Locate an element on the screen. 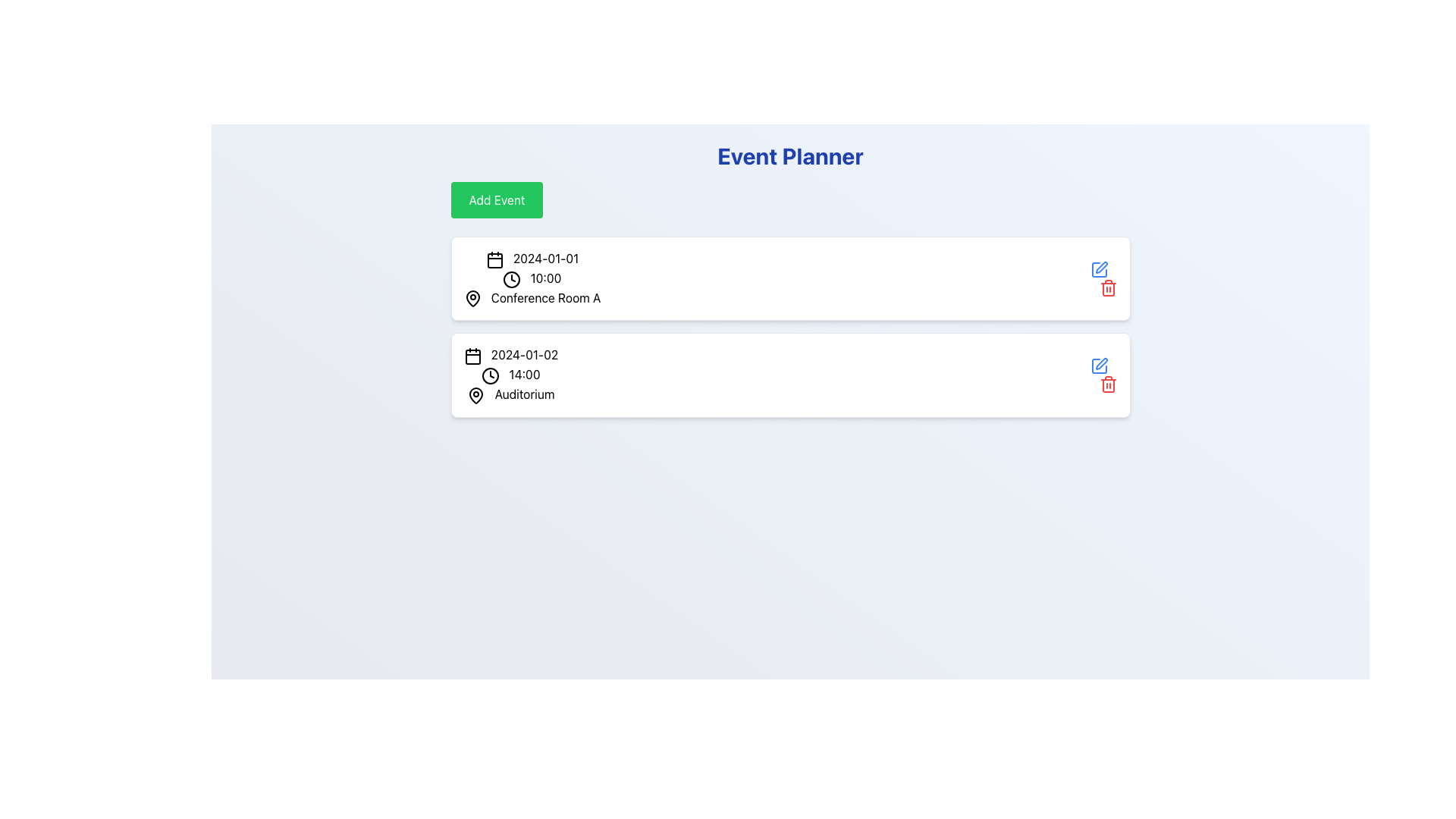 The image size is (1456, 819). the text and icon label displaying the time '14:00' in the second event card, located below the date '2024-01-02' and above the location 'Auditorium' is located at coordinates (510, 375).